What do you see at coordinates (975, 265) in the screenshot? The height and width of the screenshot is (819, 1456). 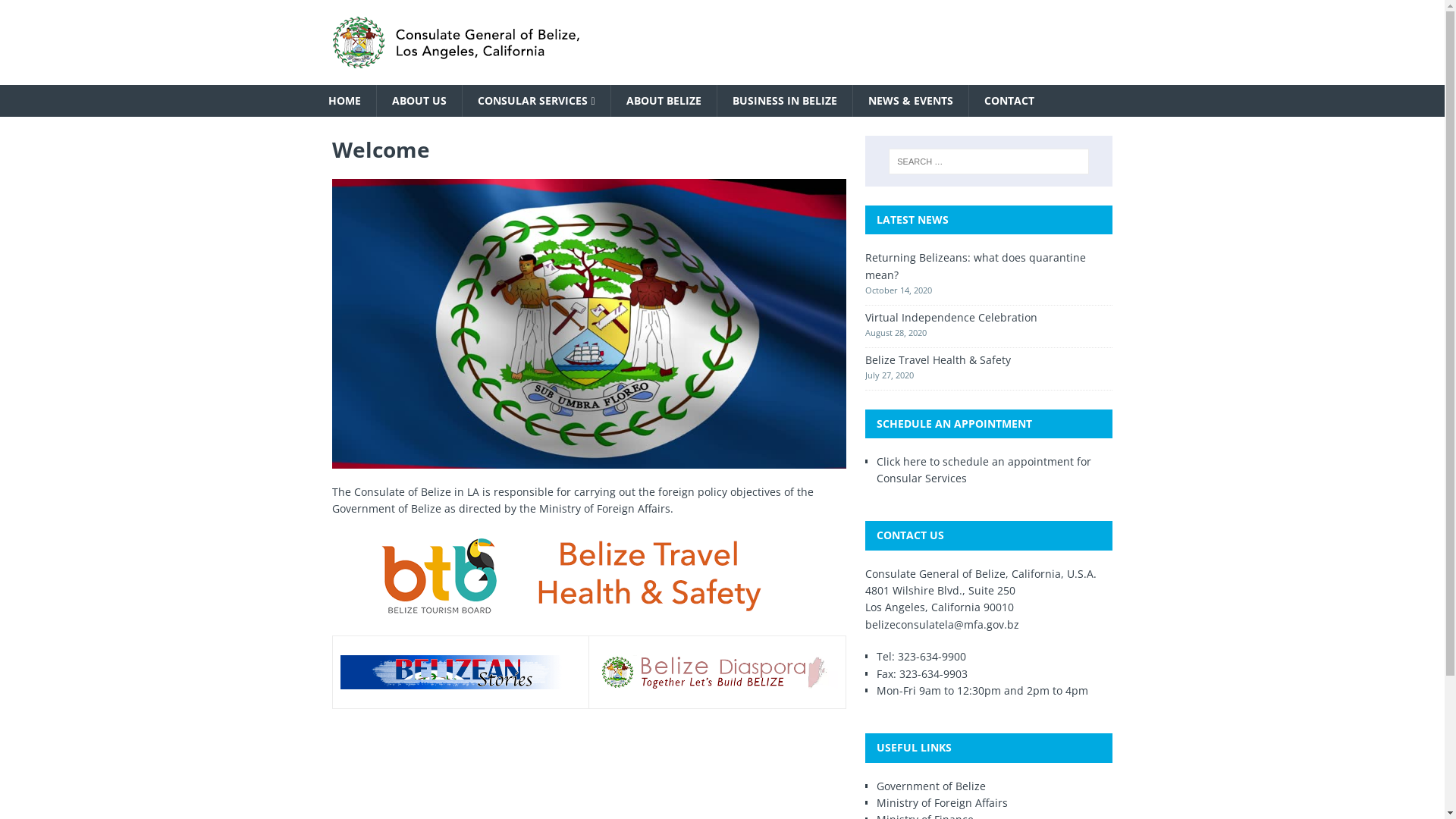 I see `'Returning Belizeans: what does quarantine mean?'` at bounding box center [975, 265].